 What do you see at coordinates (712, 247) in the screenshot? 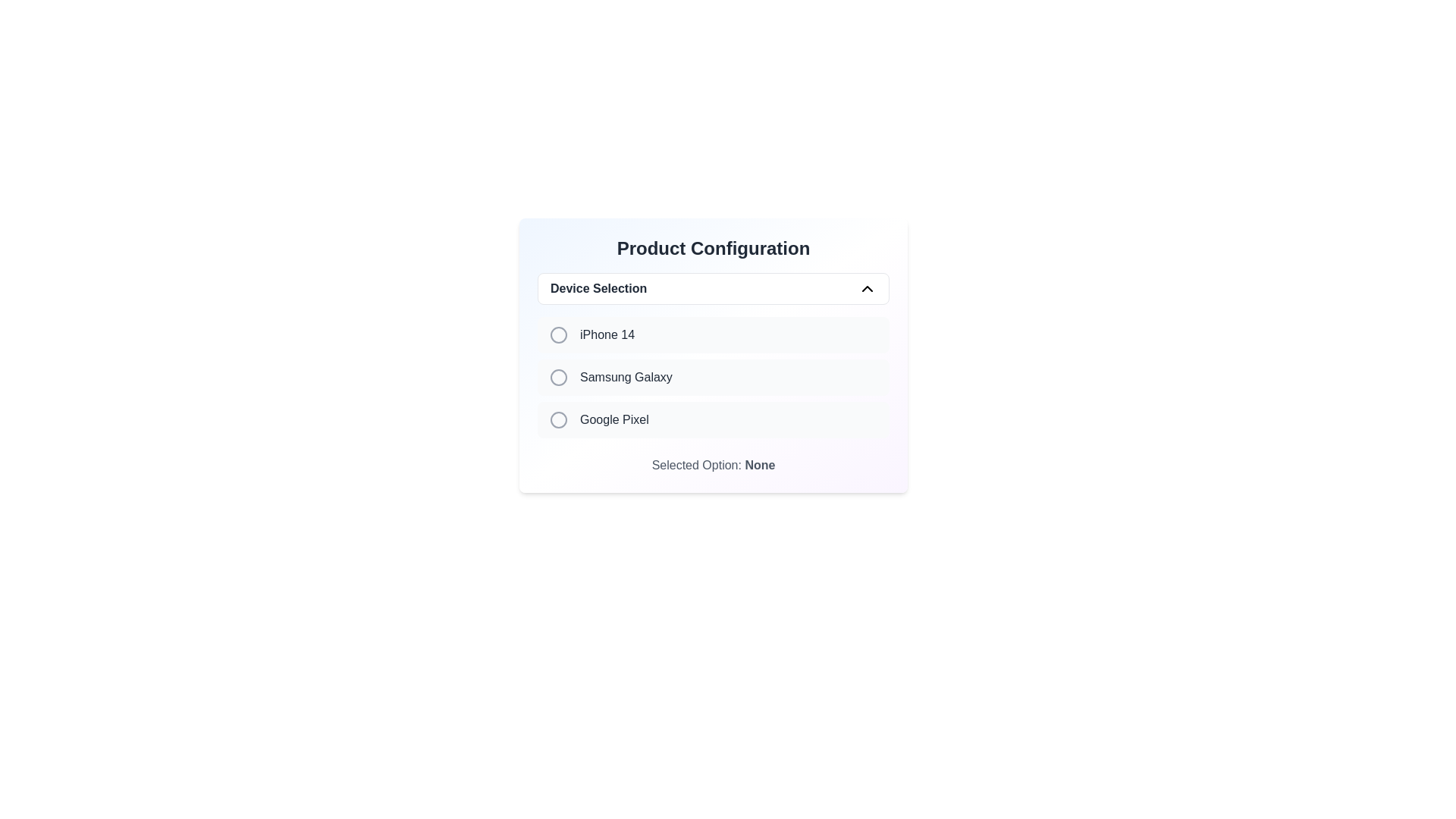
I see `the title or heading element located at the top of the card-styled component, which describes the purpose of the interface below it` at bounding box center [712, 247].